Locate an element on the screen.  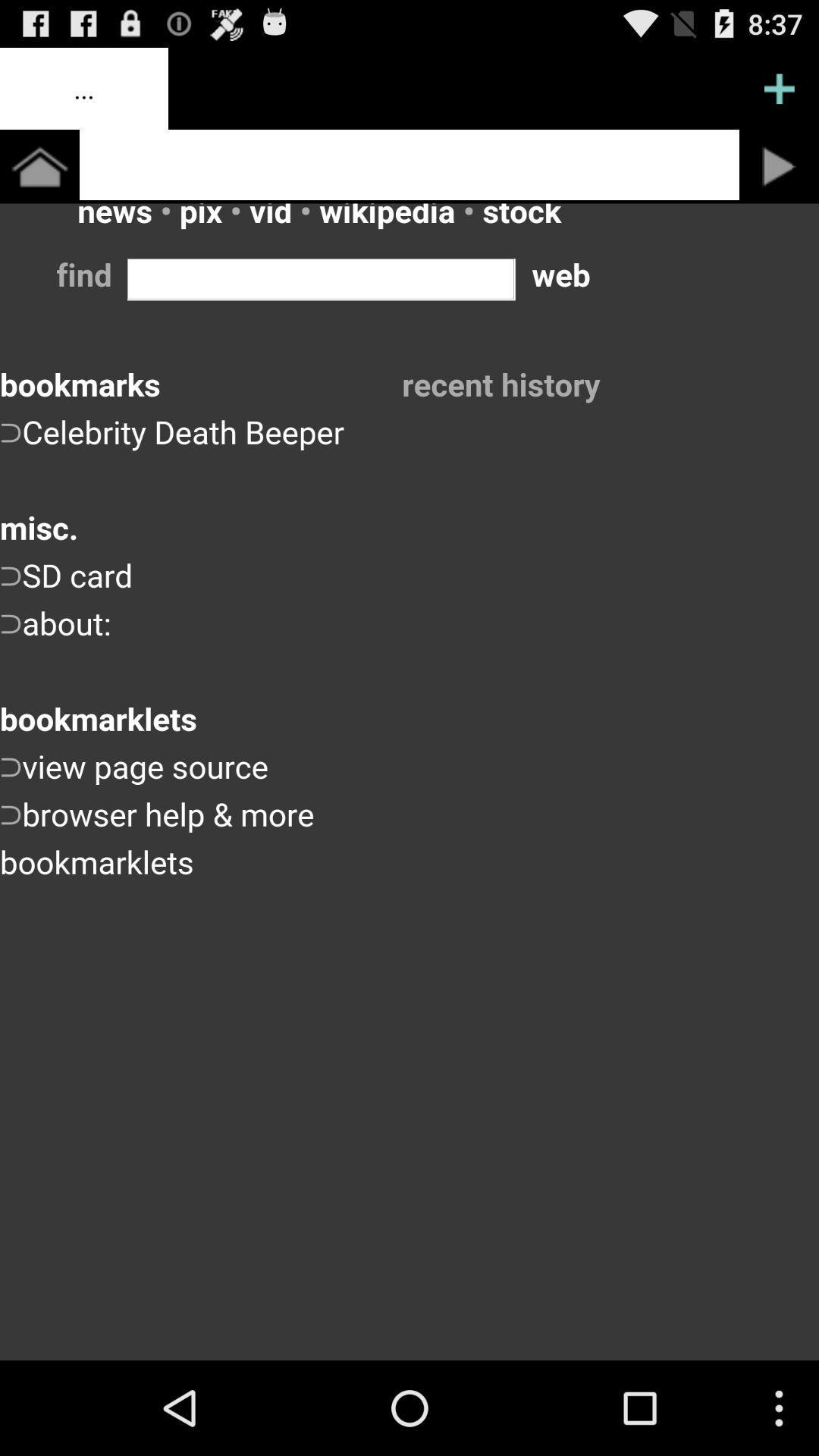
start search is located at coordinates (779, 166).